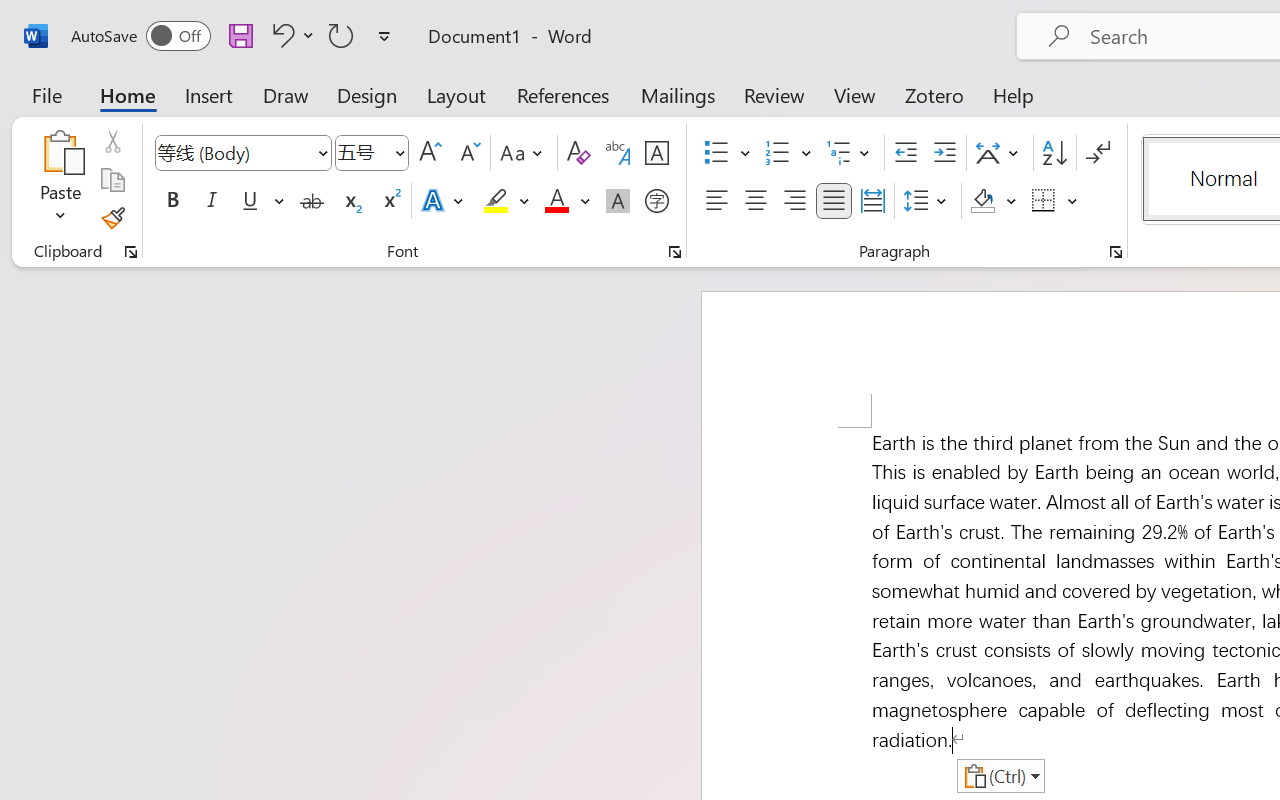  What do you see at coordinates (1053, 153) in the screenshot?
I see `'Sort...'` at bounding box center [1053, 153].